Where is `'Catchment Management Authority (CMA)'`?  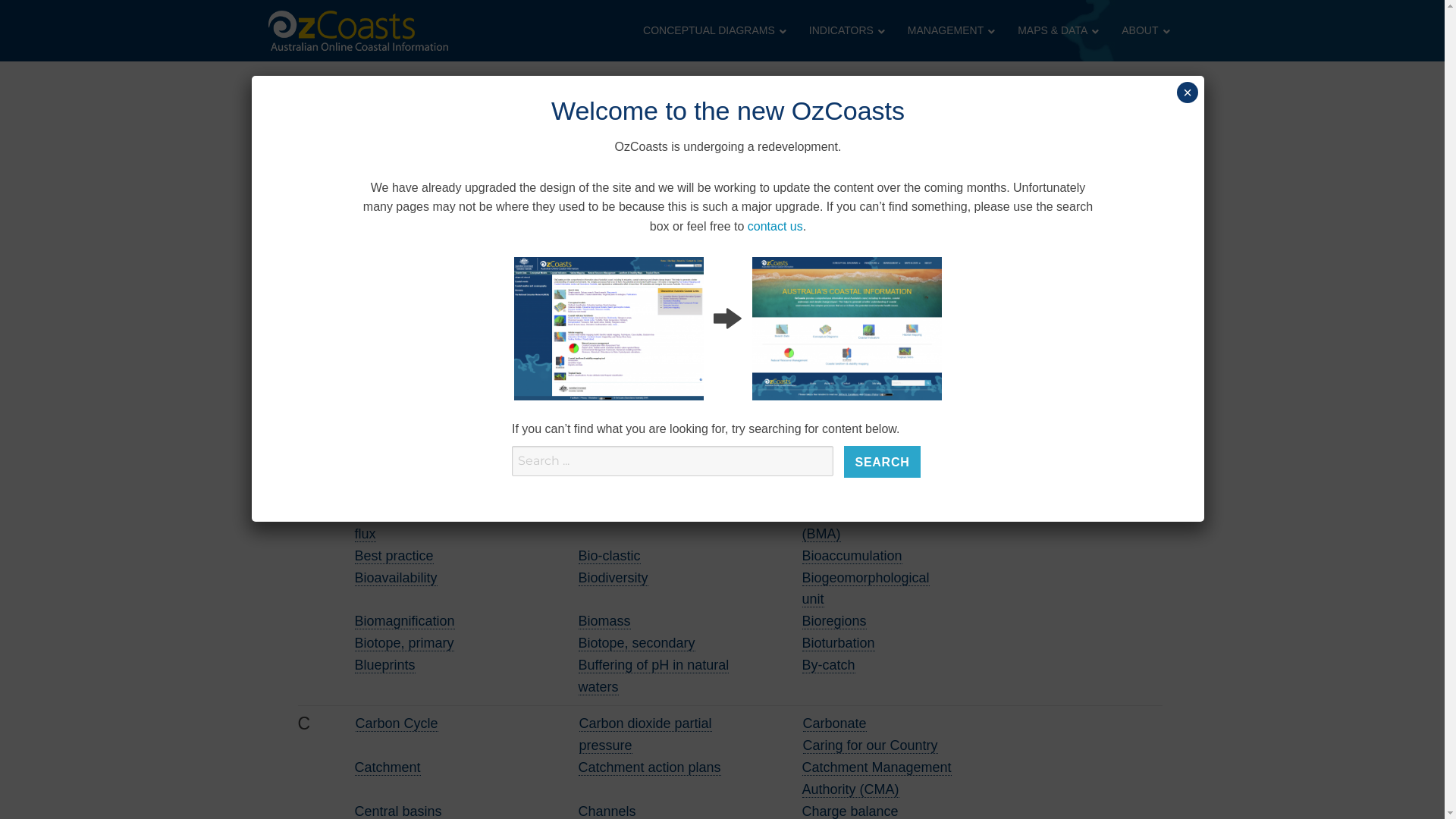 'Catchment Management Authority (CMA)' is located at coordinates (801, 778).